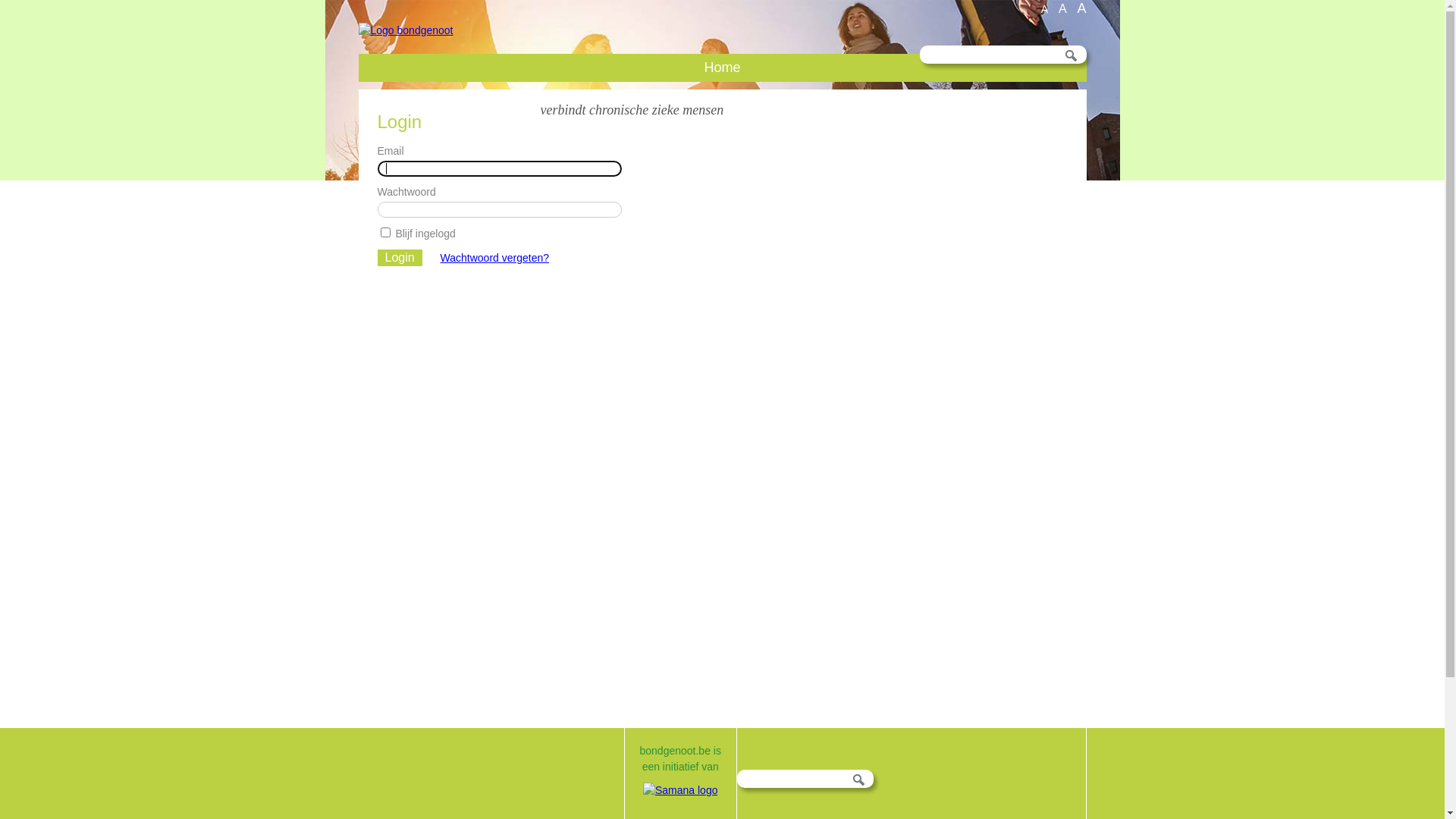  I want to click on 'chronische zieke mensen', so click(656, 109).